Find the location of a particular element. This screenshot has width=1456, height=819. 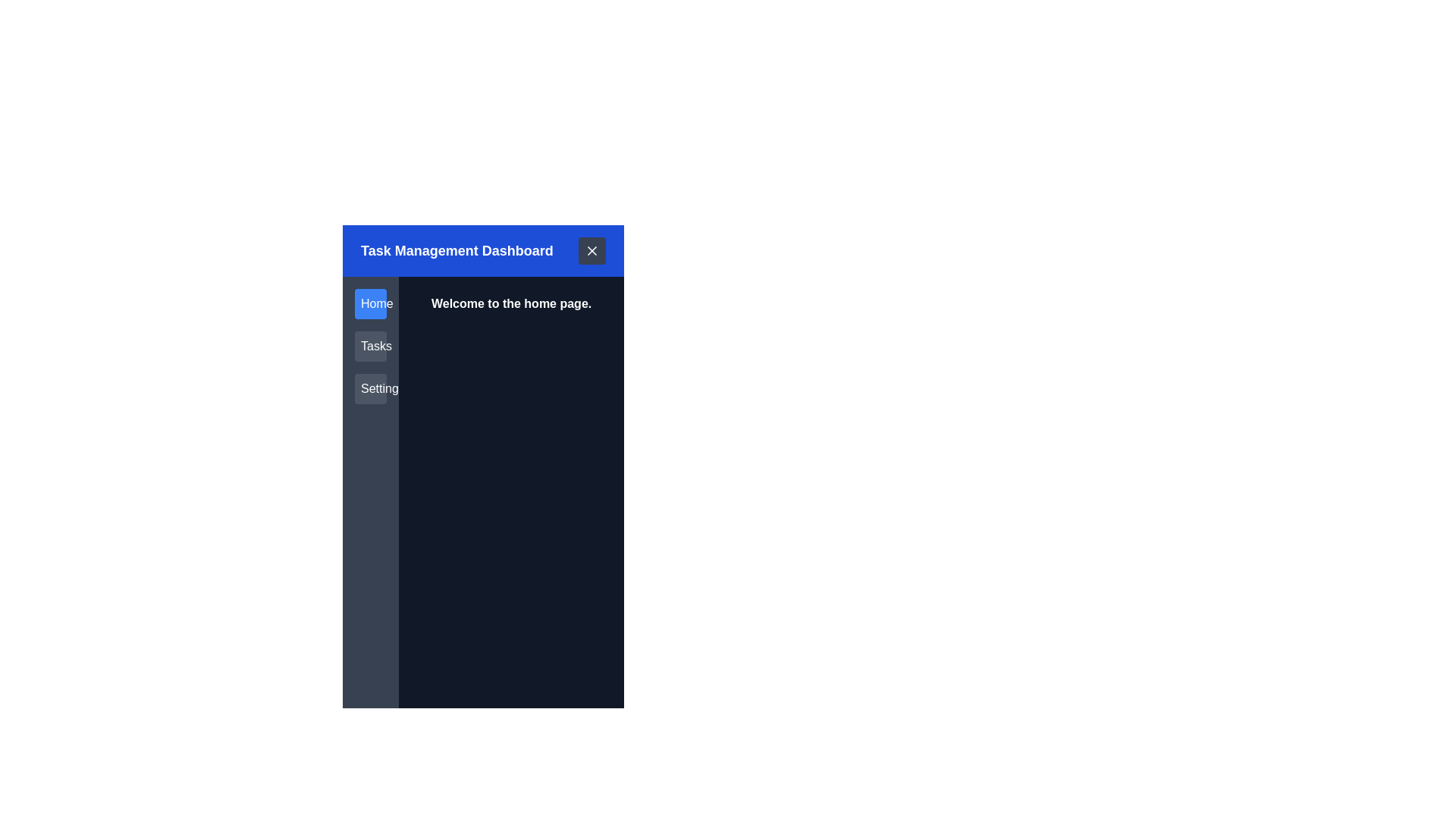

the cross-shaped icon located is located at coordinates (591, 250).